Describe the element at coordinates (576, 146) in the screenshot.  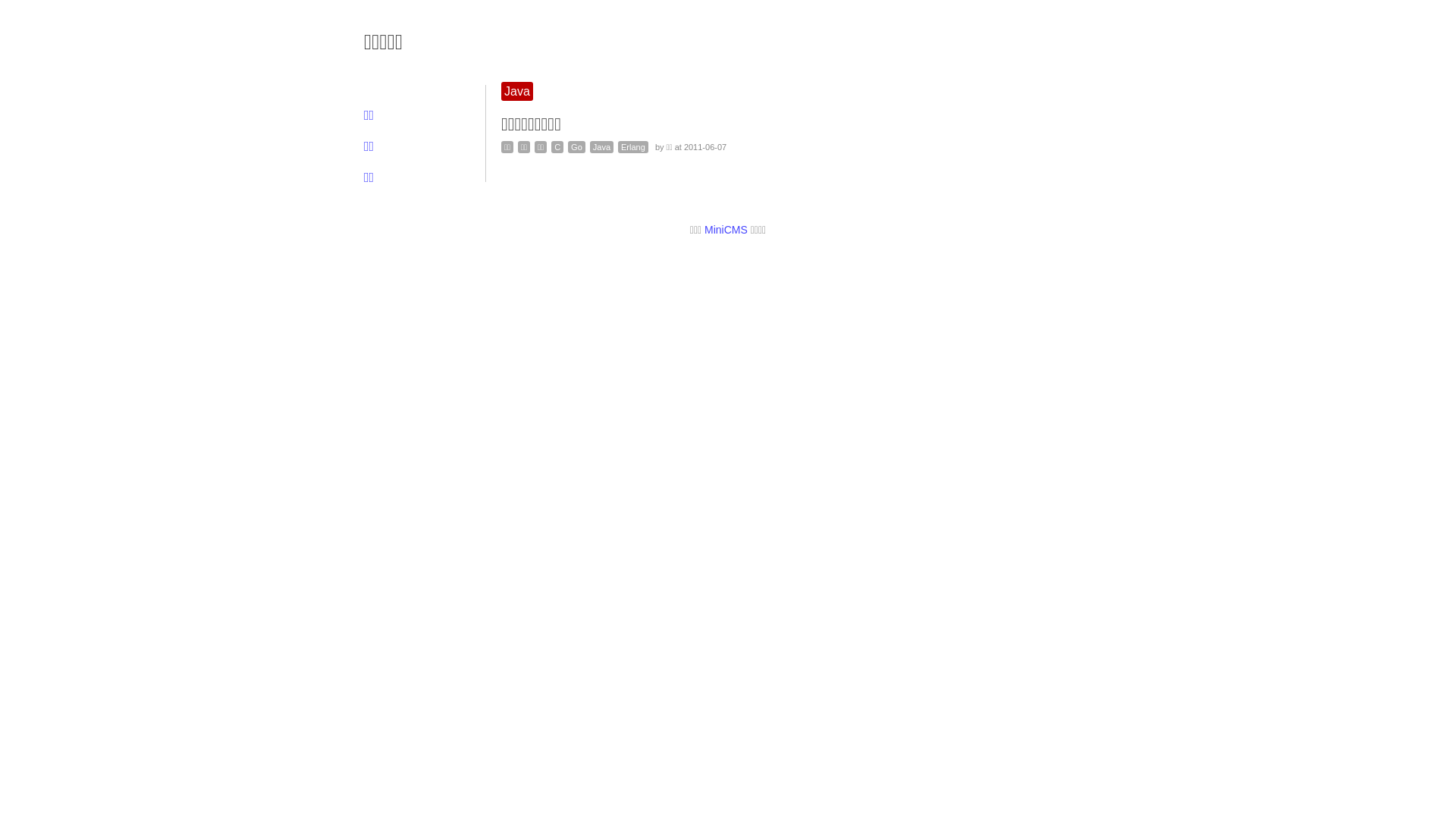
I see `'Go'` at that location.